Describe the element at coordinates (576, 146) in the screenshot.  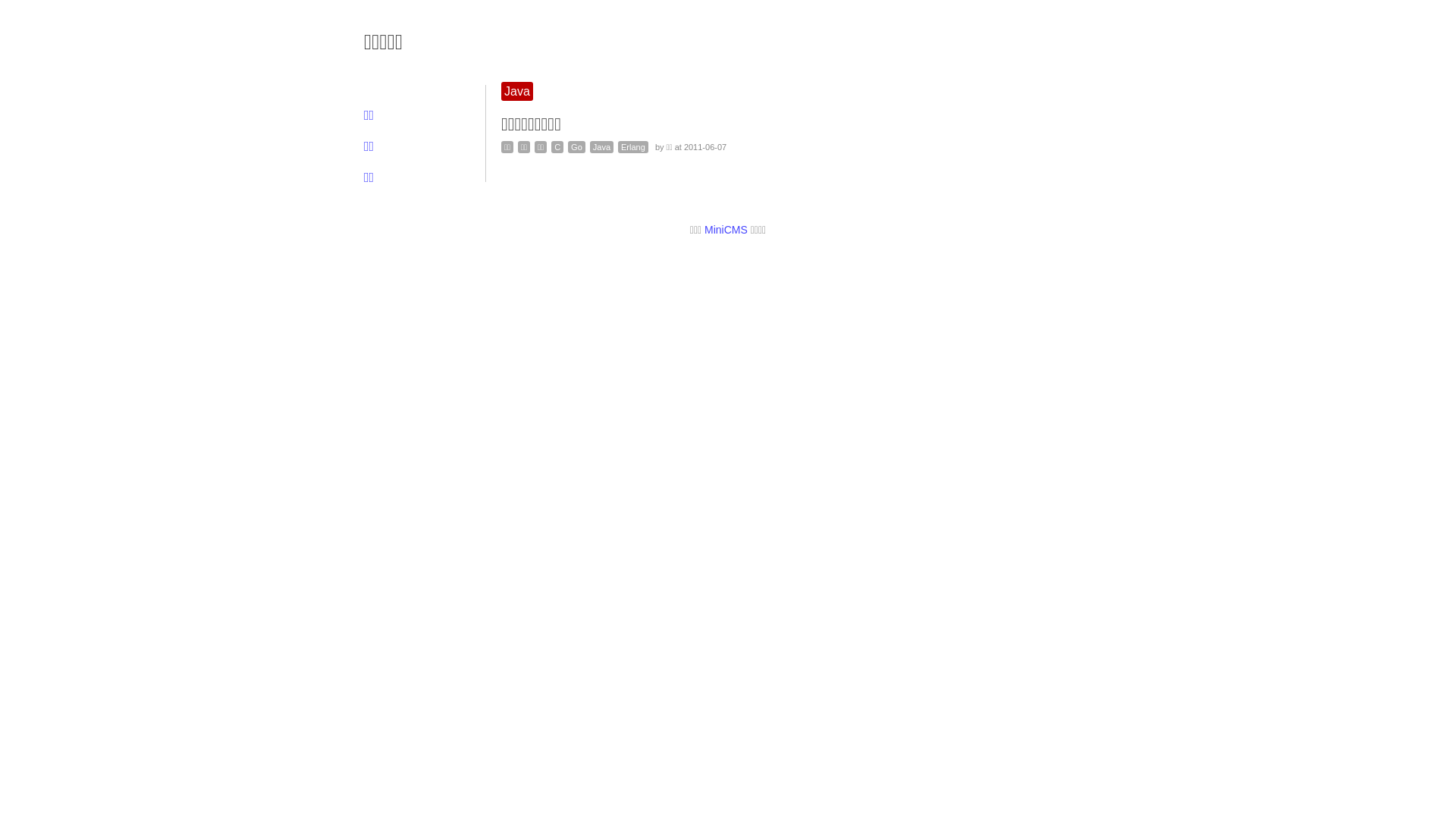
I see `'Go'` at that location.